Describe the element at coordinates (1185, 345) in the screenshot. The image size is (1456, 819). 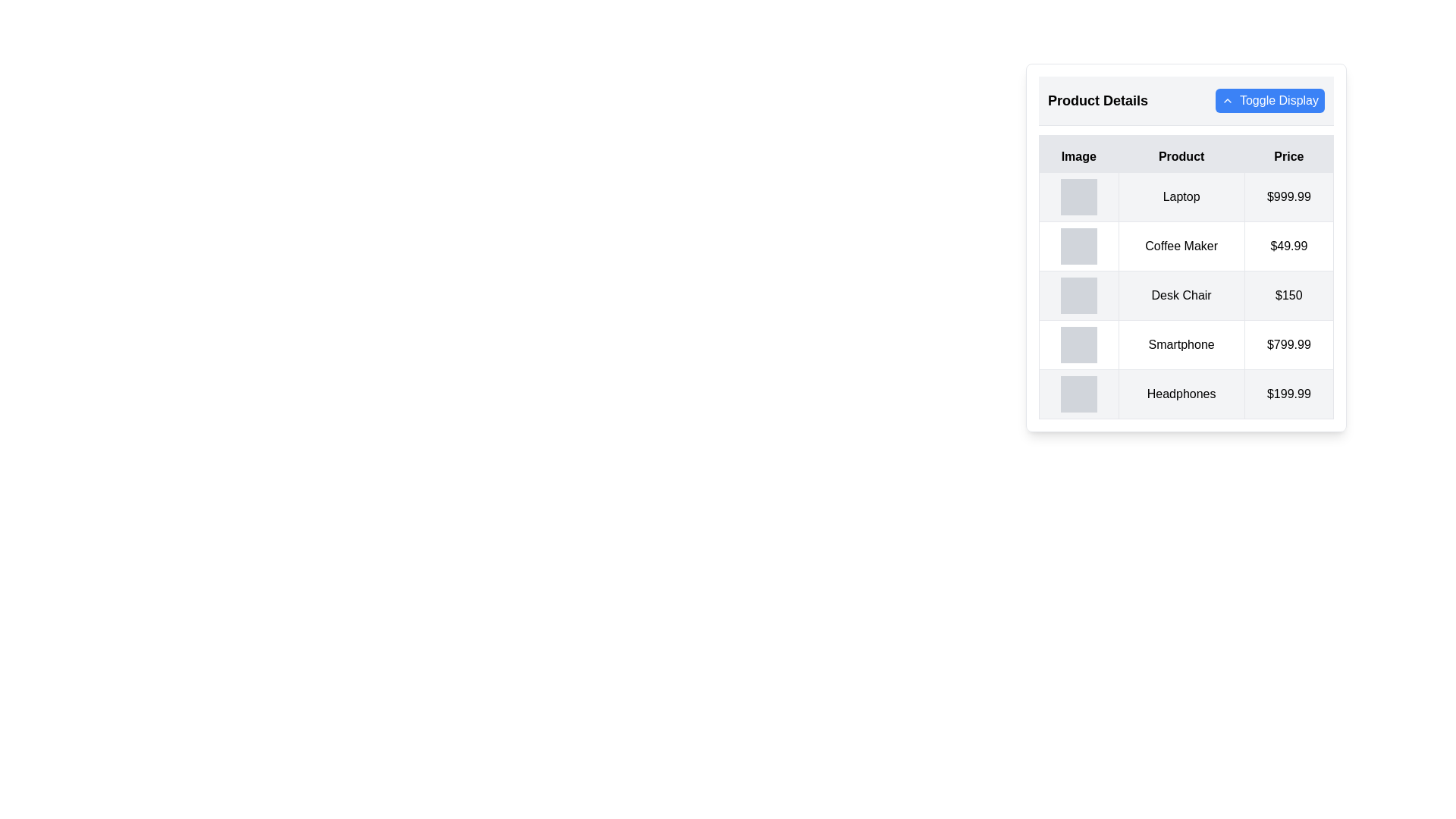
I see `the row containing the text 'Smartphone $799.99' in the table` at that location.